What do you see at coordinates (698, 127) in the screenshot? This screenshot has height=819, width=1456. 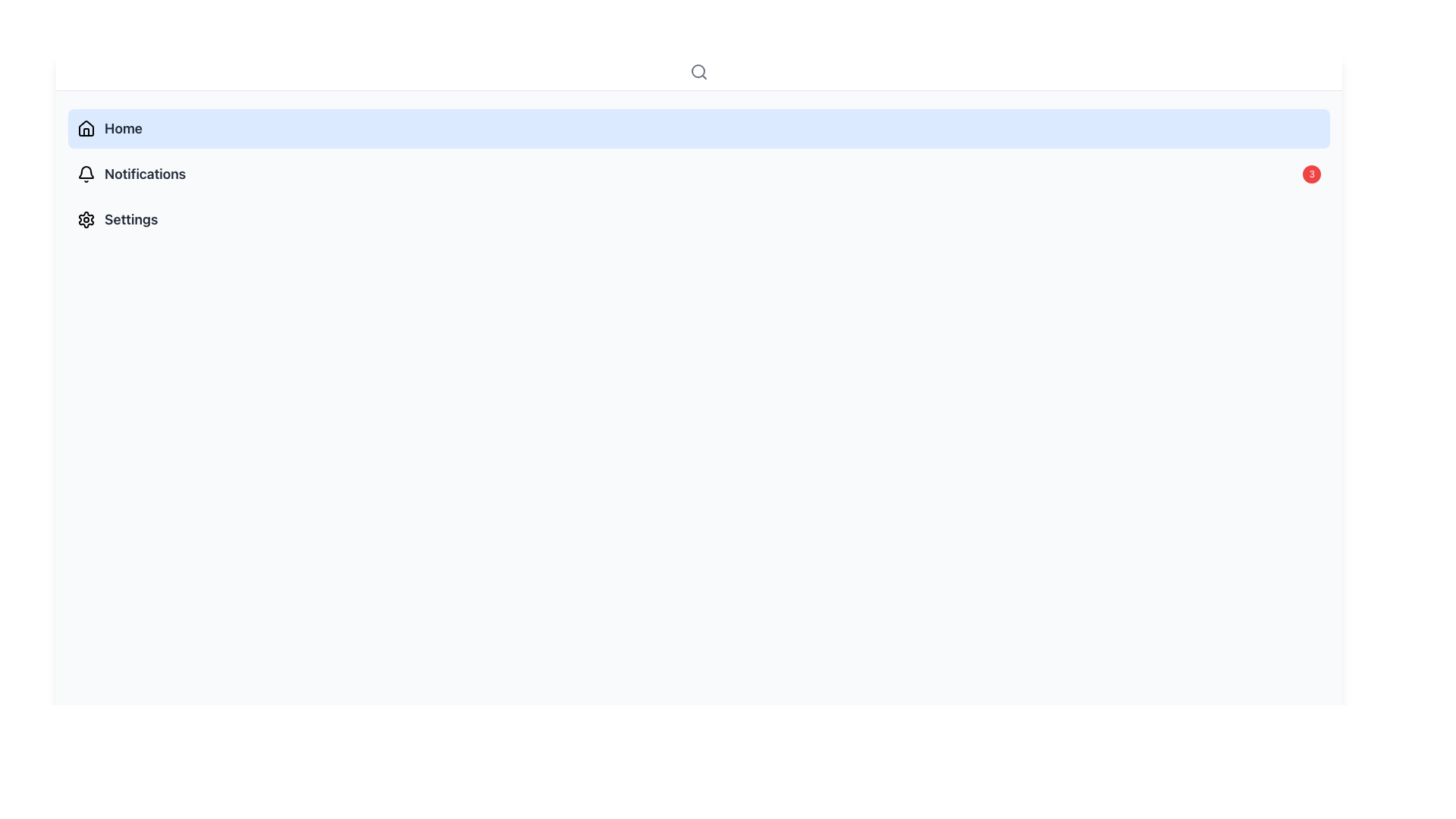 I see `the Navigation Button` at bounding box center [698, 127].